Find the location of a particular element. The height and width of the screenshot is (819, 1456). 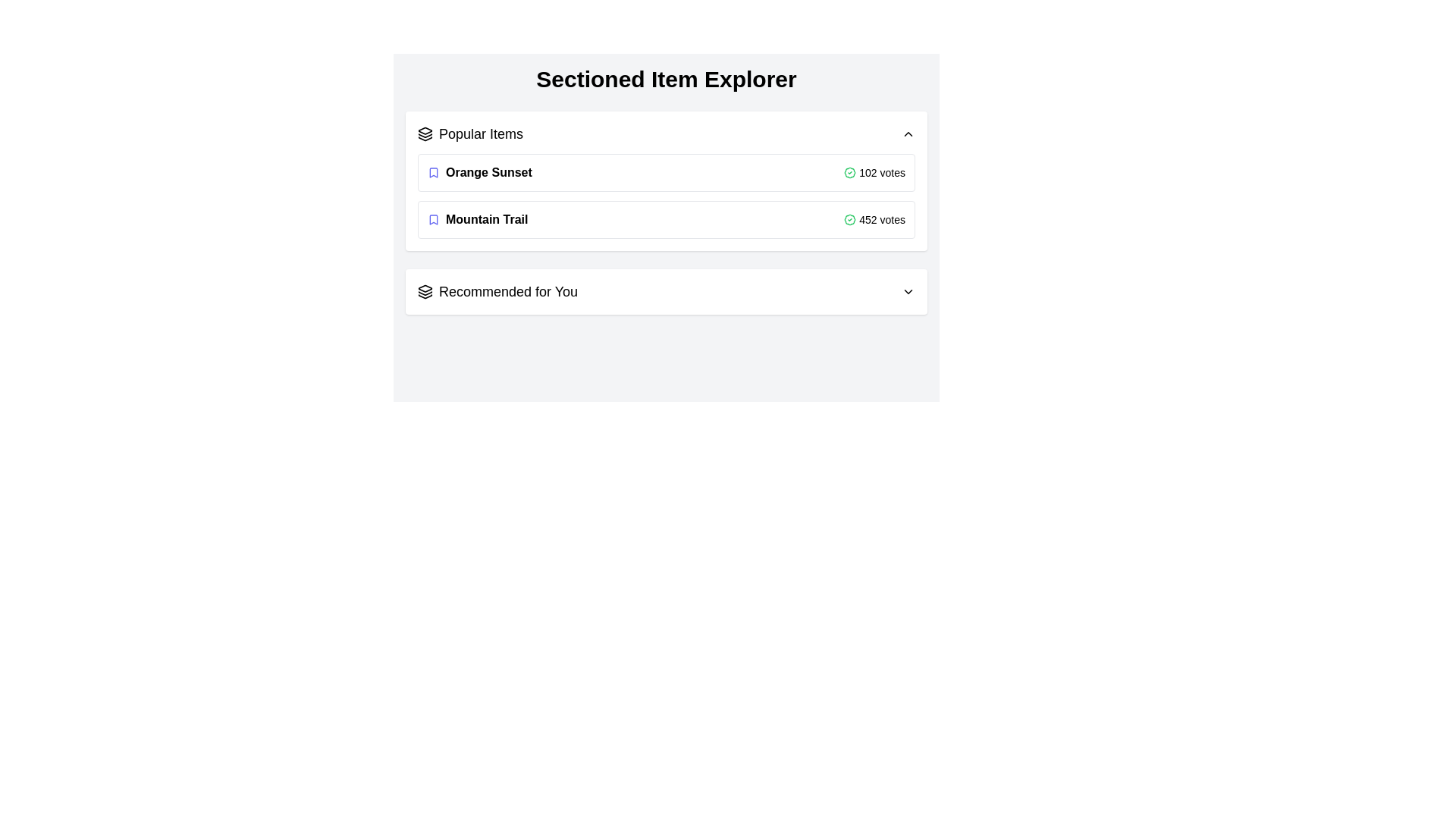

the icon resembling a stack of layers, which is located to the left of the text 'Recommended for You' in the header section below 'Popular Items' is located at coordinates (425, 292).